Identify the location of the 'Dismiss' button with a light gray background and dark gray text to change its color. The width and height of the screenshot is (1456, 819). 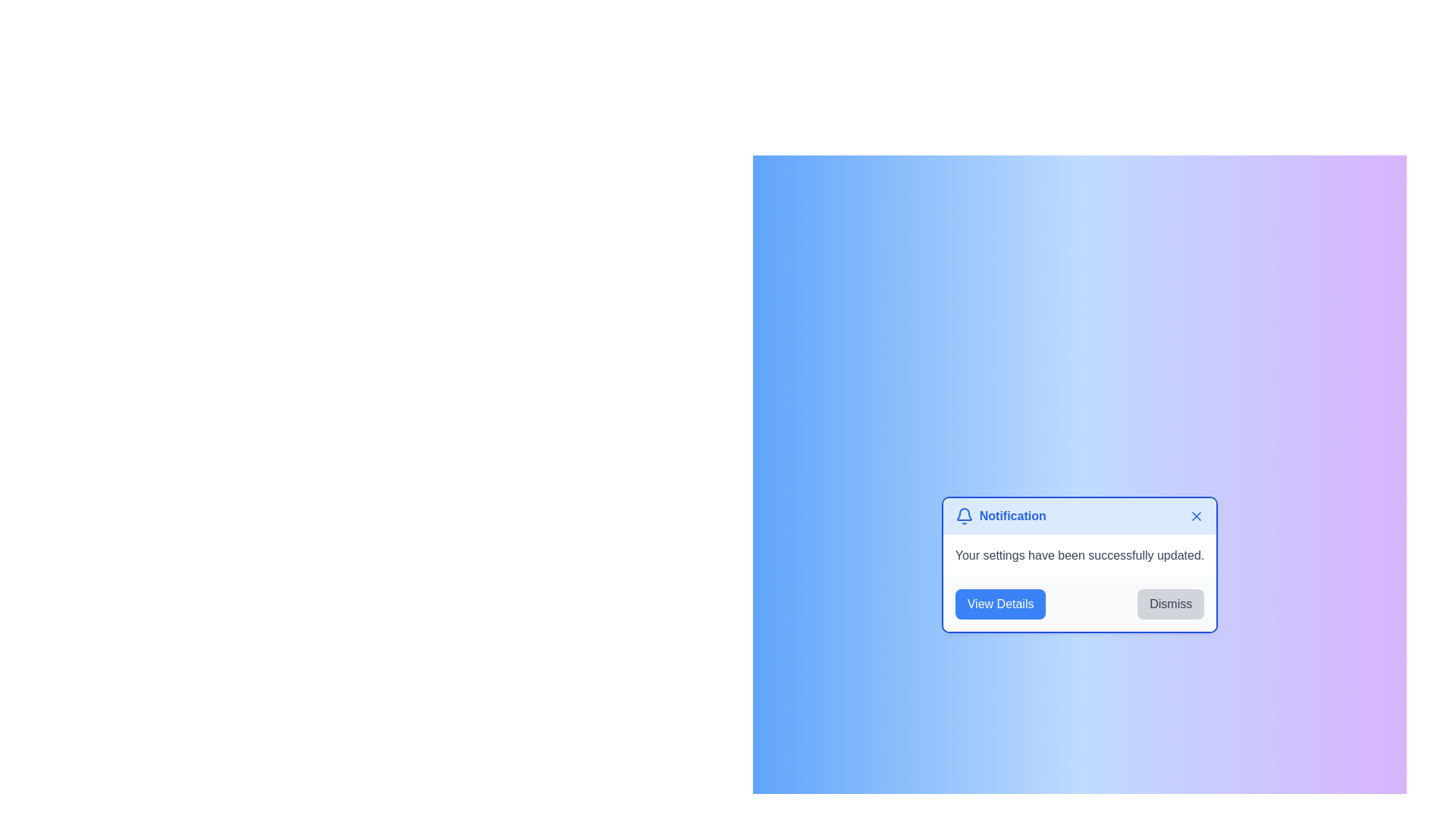
(1170, 604).